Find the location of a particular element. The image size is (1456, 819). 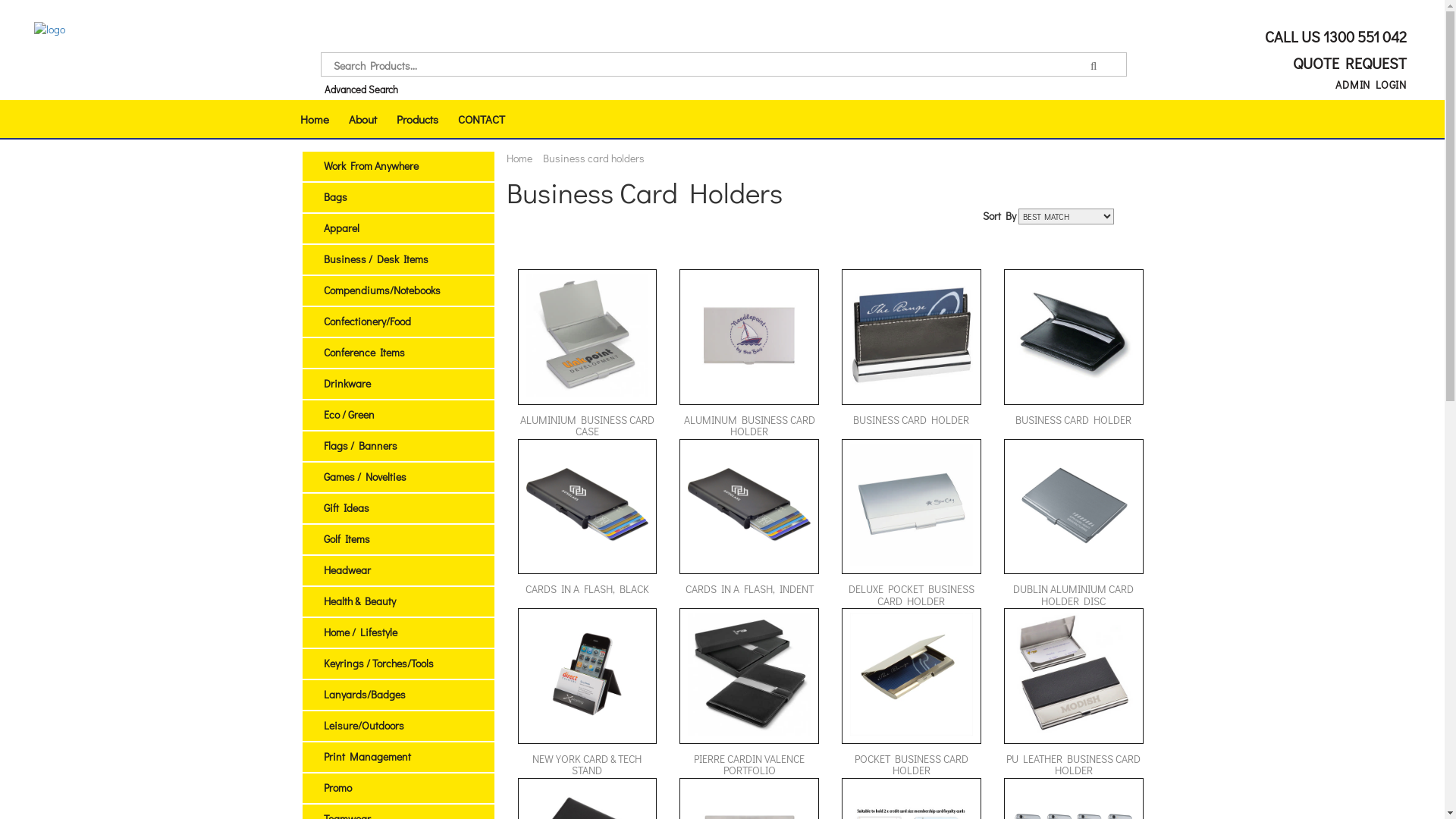

'CARDS IN A FLASH, INDENT' is located at coordinates (749, 522).